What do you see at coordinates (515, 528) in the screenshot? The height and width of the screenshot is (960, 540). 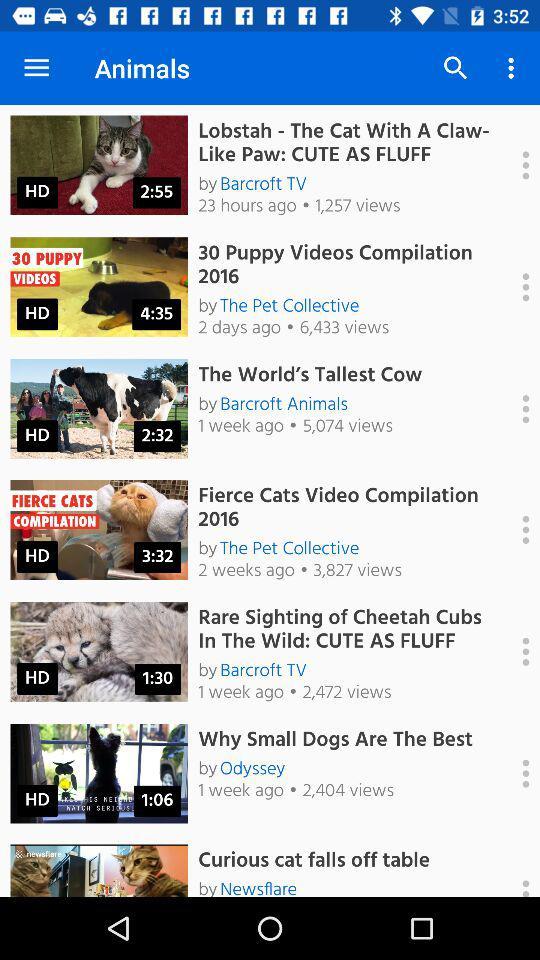 I see `more information about video` at bounding box center [515, 528].